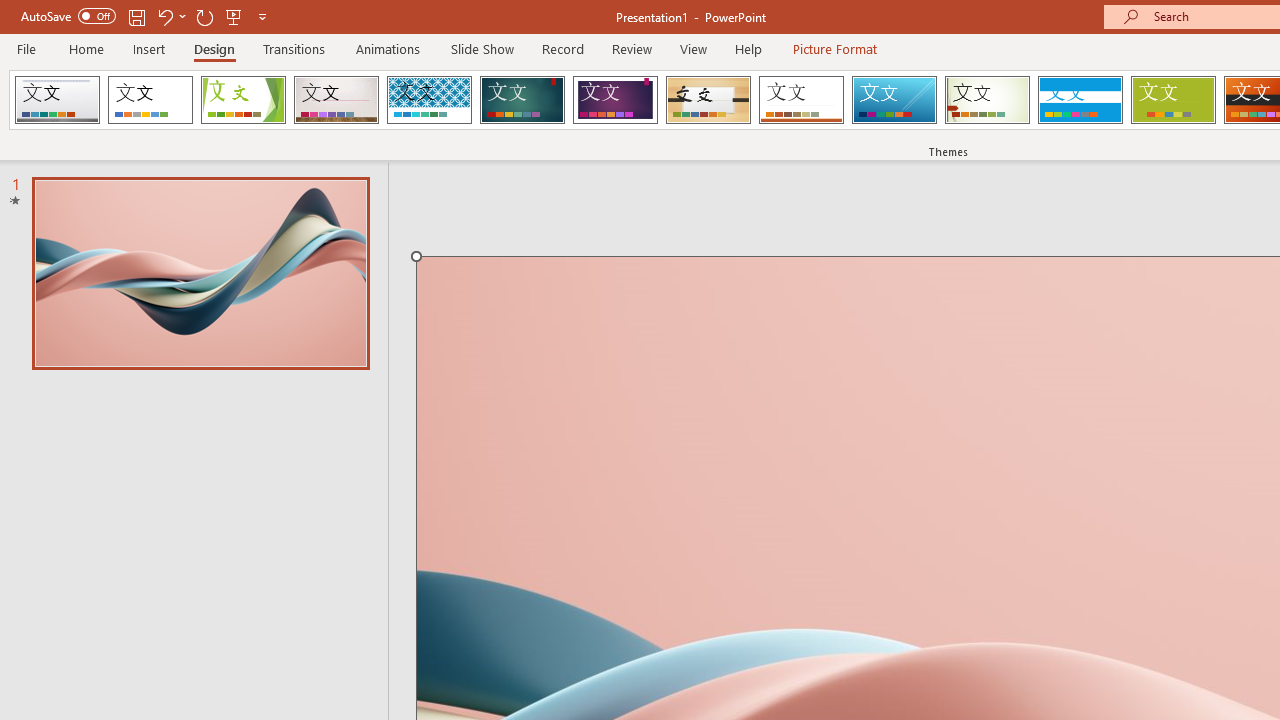  What do you see at coordinates (708, 100) in the screenshot?
I see `'Organic'` at bounding box center [708, 100].